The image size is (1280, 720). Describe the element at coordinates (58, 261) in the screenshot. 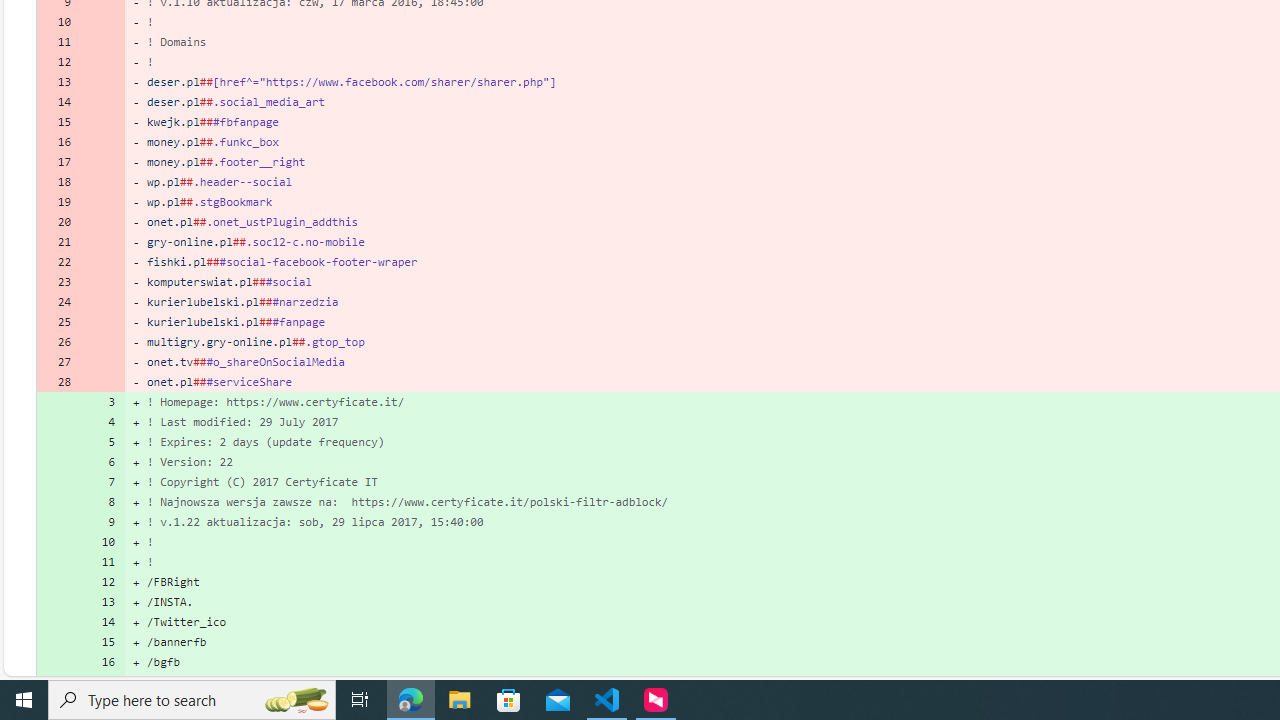

I see `'22'` at that location.